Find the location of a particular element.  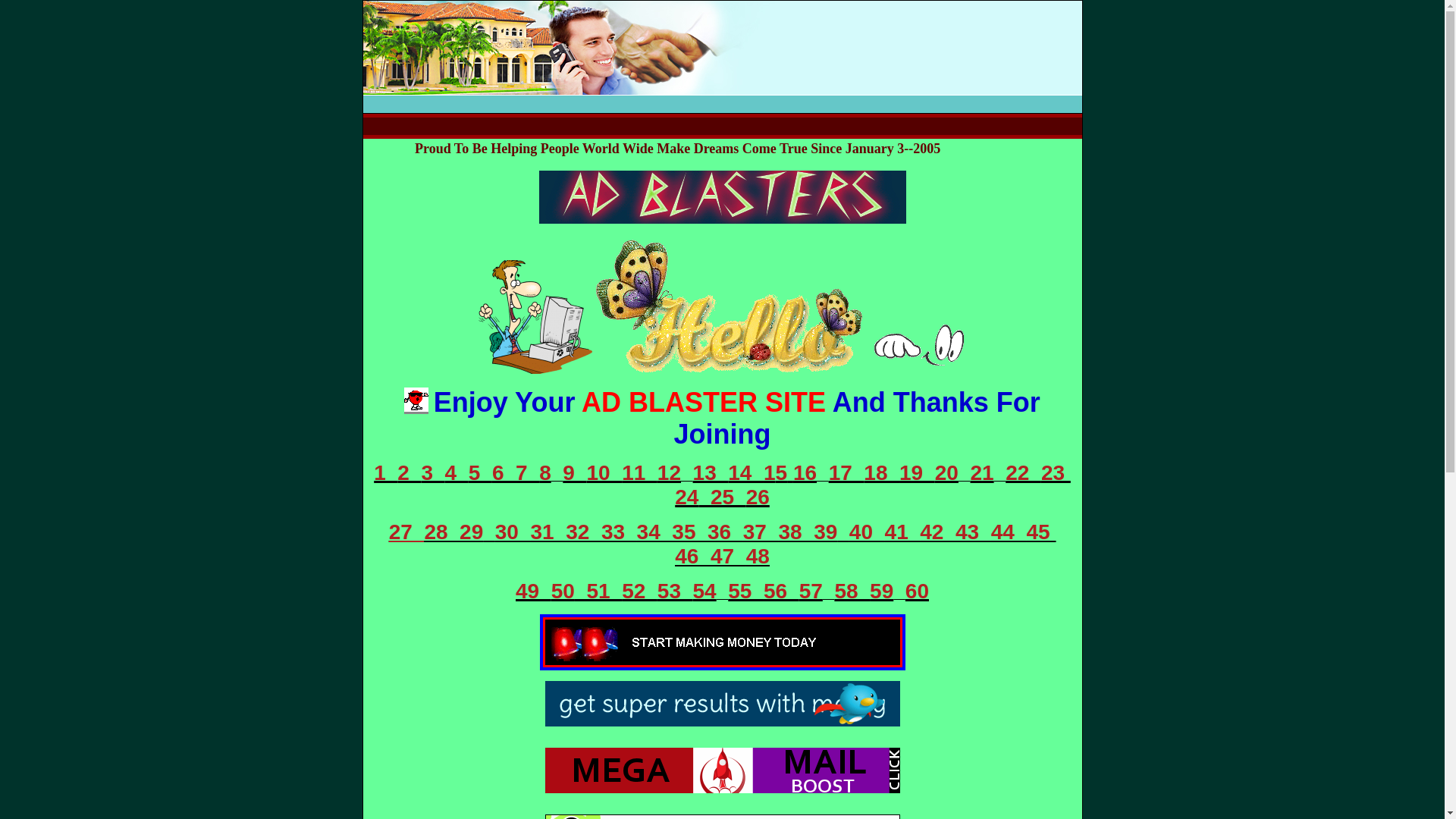

'52 ' is located at coordinates (639, 590).